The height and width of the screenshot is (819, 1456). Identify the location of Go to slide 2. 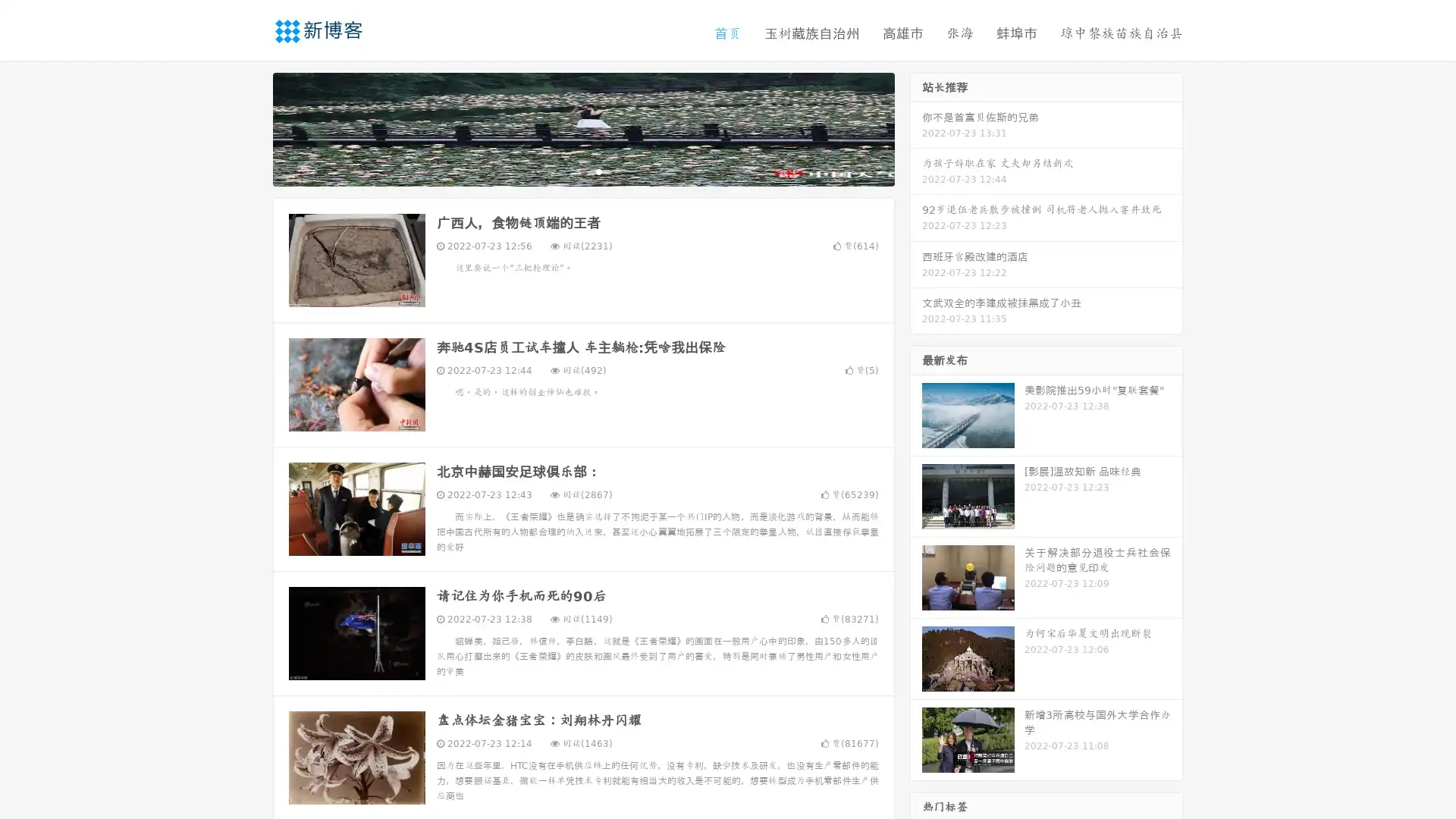
(582, 171).